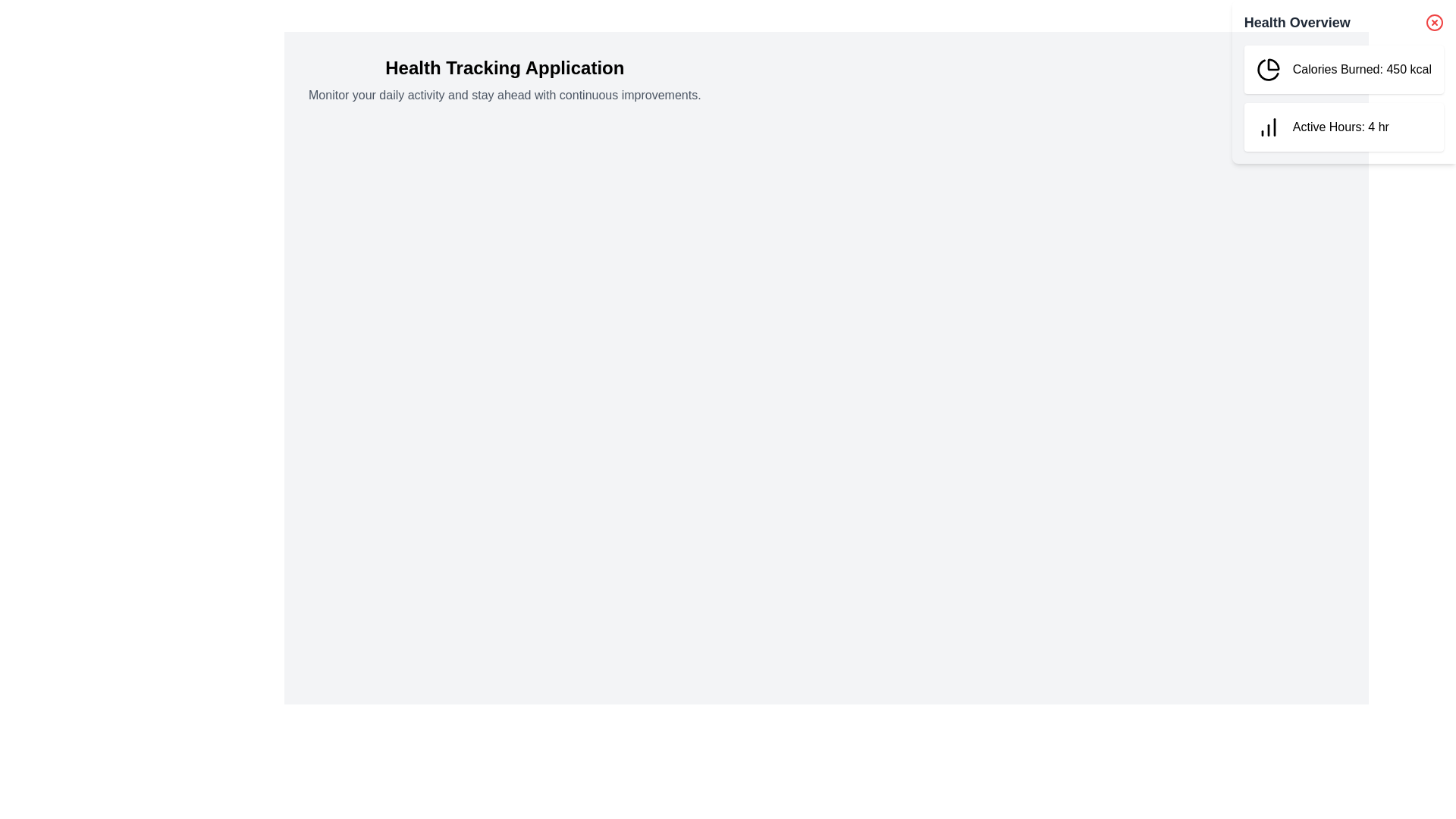  Describe the element at coordinates (1362, 70) in the screenshot. I see `value from the Text Element that displays the number of calories burned, located in the top box of the 'Health Overview' section to the right of the pie chart icon` at that location.